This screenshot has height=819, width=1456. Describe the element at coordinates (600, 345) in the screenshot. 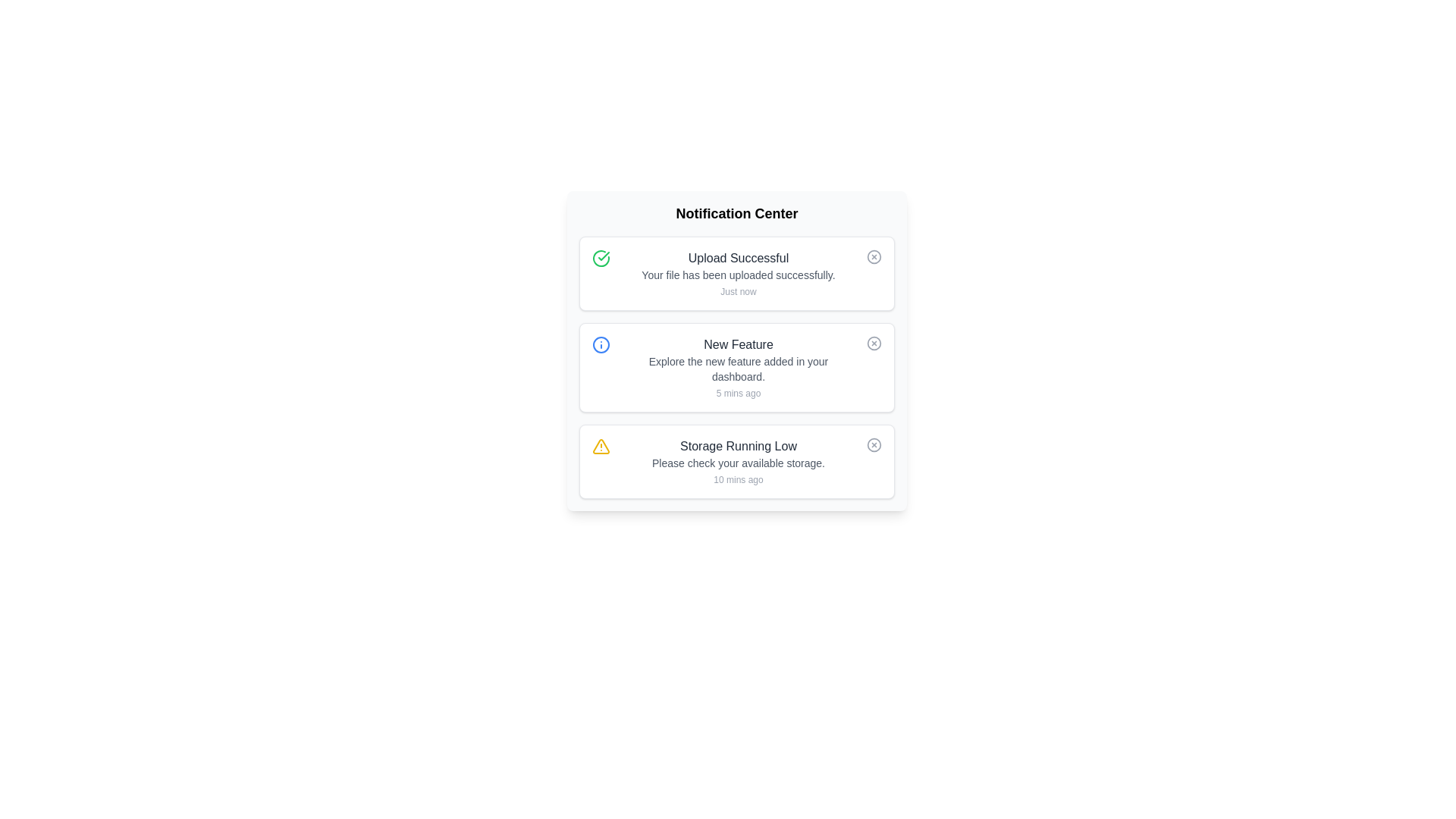

I see `the 'New Feature' notification icon, which is the first element from the left and aligned with the top text 'Explore the new feature added in your dashboard.'` at that location.